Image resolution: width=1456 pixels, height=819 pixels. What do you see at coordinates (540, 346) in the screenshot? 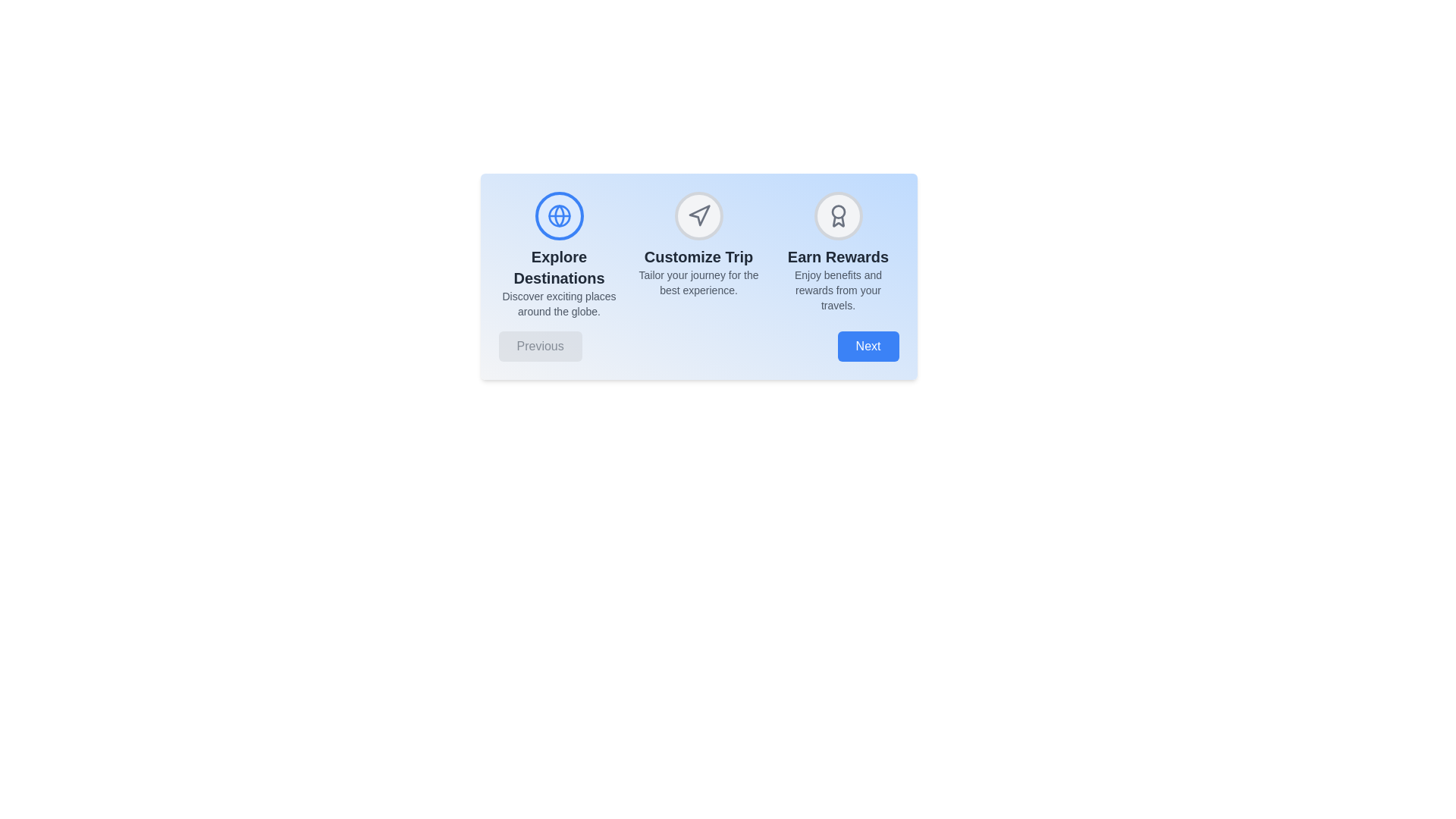
I see `the 'Previous' button to navigate to the previous step` at bounding box center [540, 346].